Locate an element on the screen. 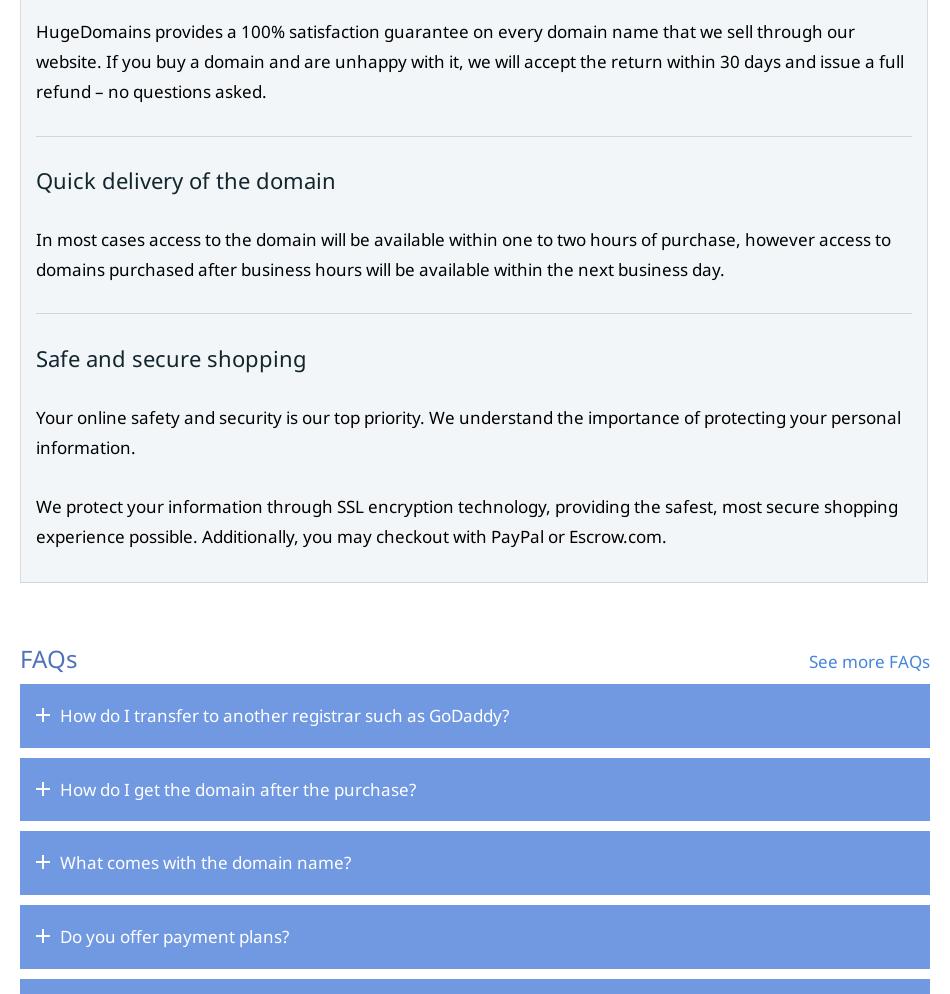 This screenshot has height=994, width=950. 'Your online safety and security is our top priority. We understand the importance of protecting your personal information.' is located at coordinates (467, 431).